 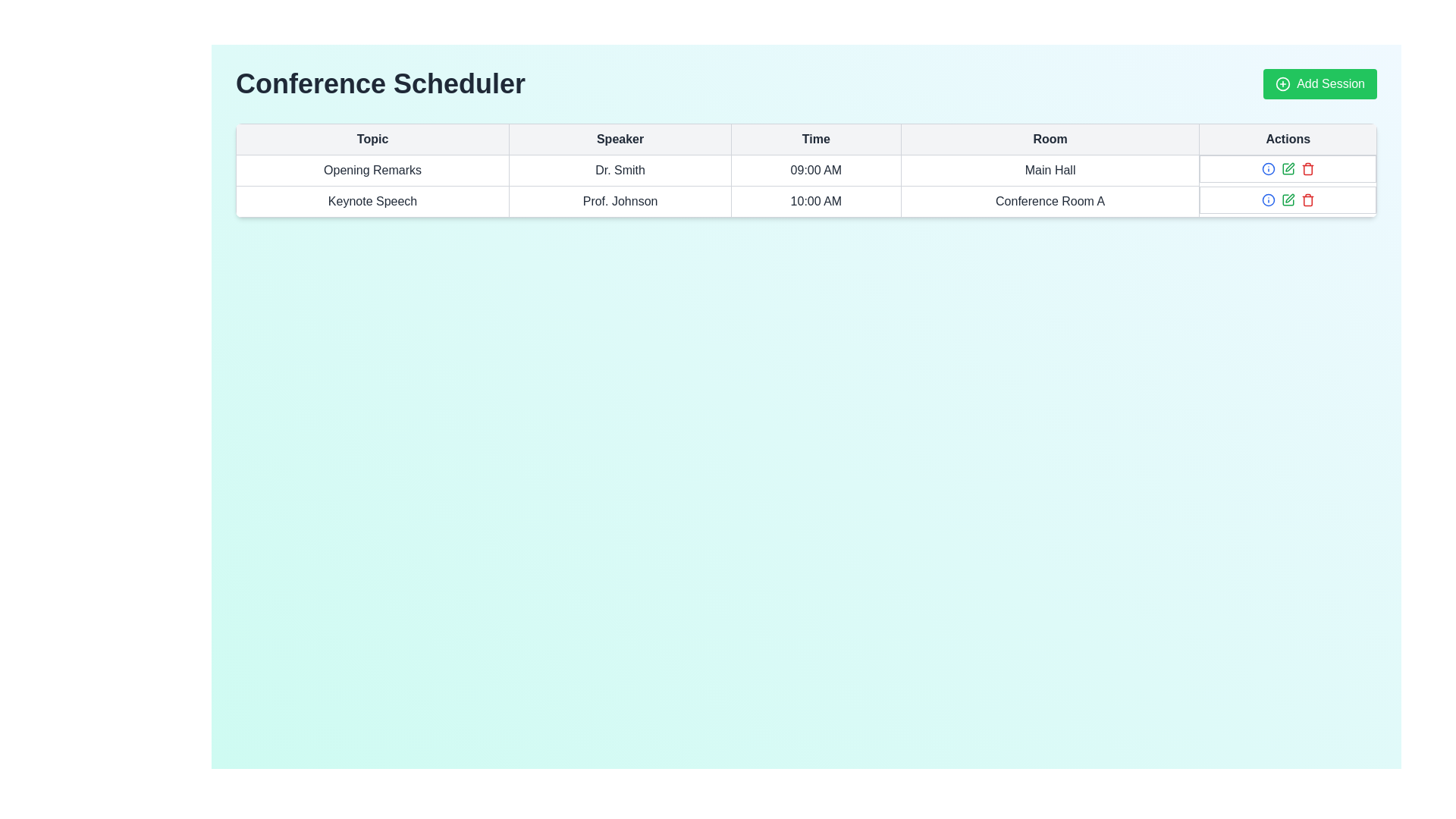 I want to click on the first table cell containing the text 'Keynote Speech' to identify the topic, so click(x=372, y=201).